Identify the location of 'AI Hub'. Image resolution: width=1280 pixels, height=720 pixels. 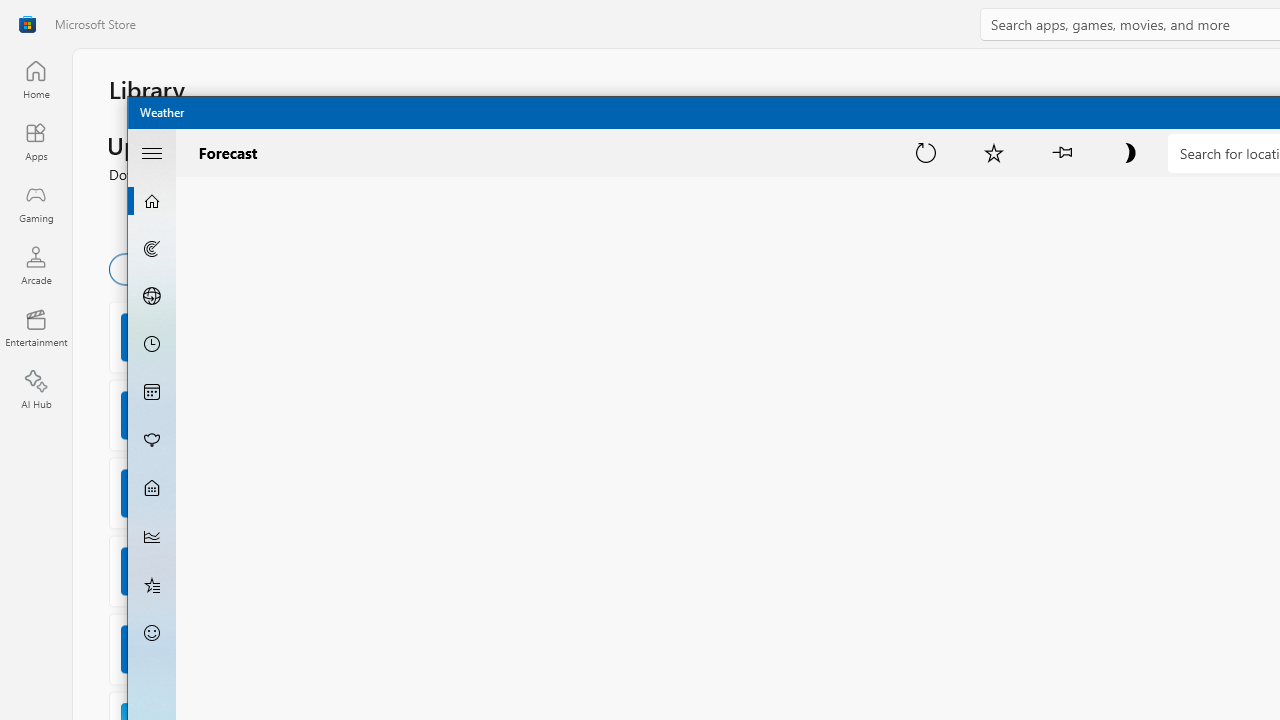
(35, 390).